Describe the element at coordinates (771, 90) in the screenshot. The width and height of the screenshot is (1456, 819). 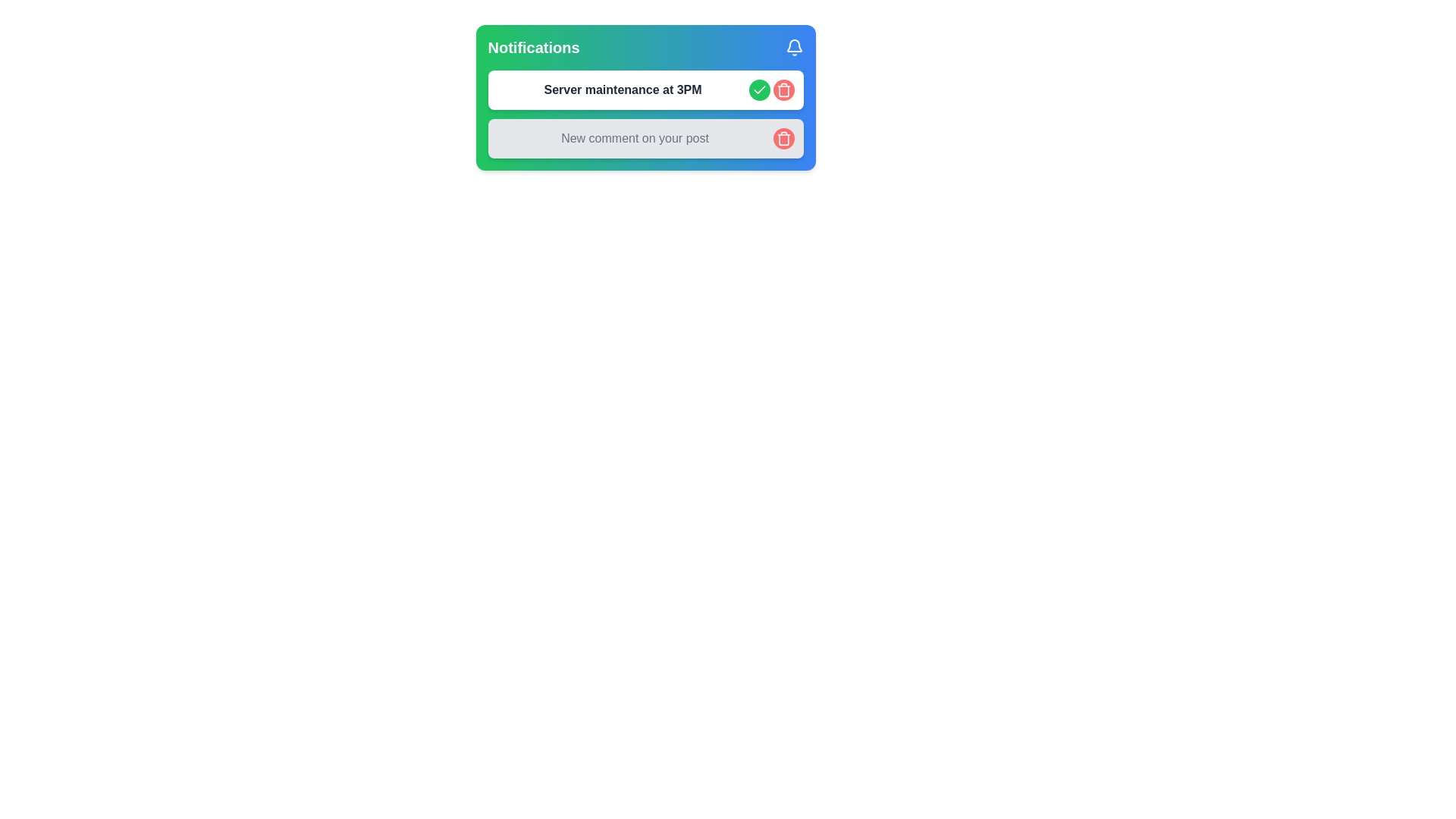
I see `the red button with a trash can icon in the Action button group located inside the notification card labeled 'Server maintenance at 3PM'` at that location.